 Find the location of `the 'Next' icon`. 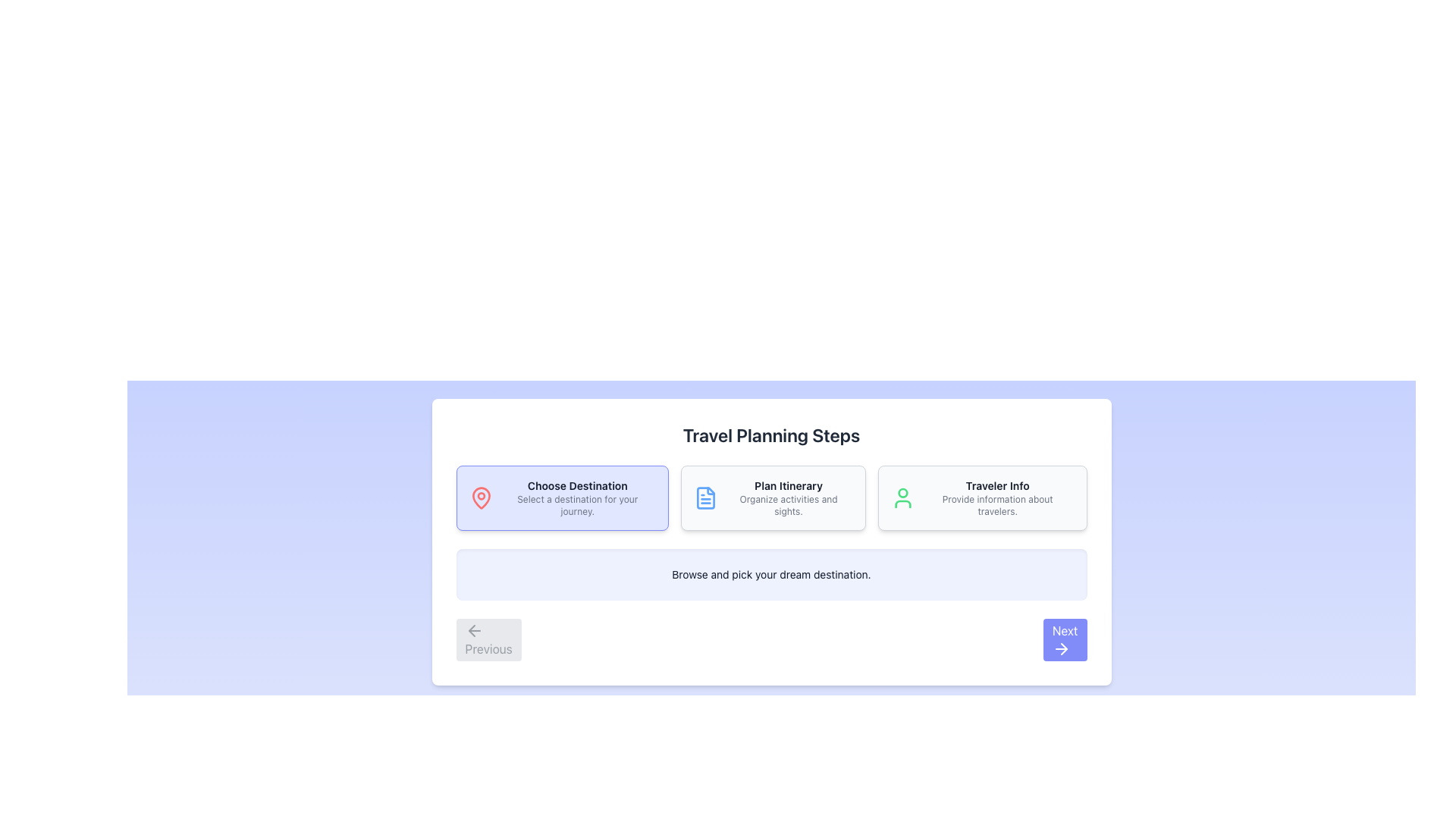

the 'Next' icon is located at coordinates (1063, 648).